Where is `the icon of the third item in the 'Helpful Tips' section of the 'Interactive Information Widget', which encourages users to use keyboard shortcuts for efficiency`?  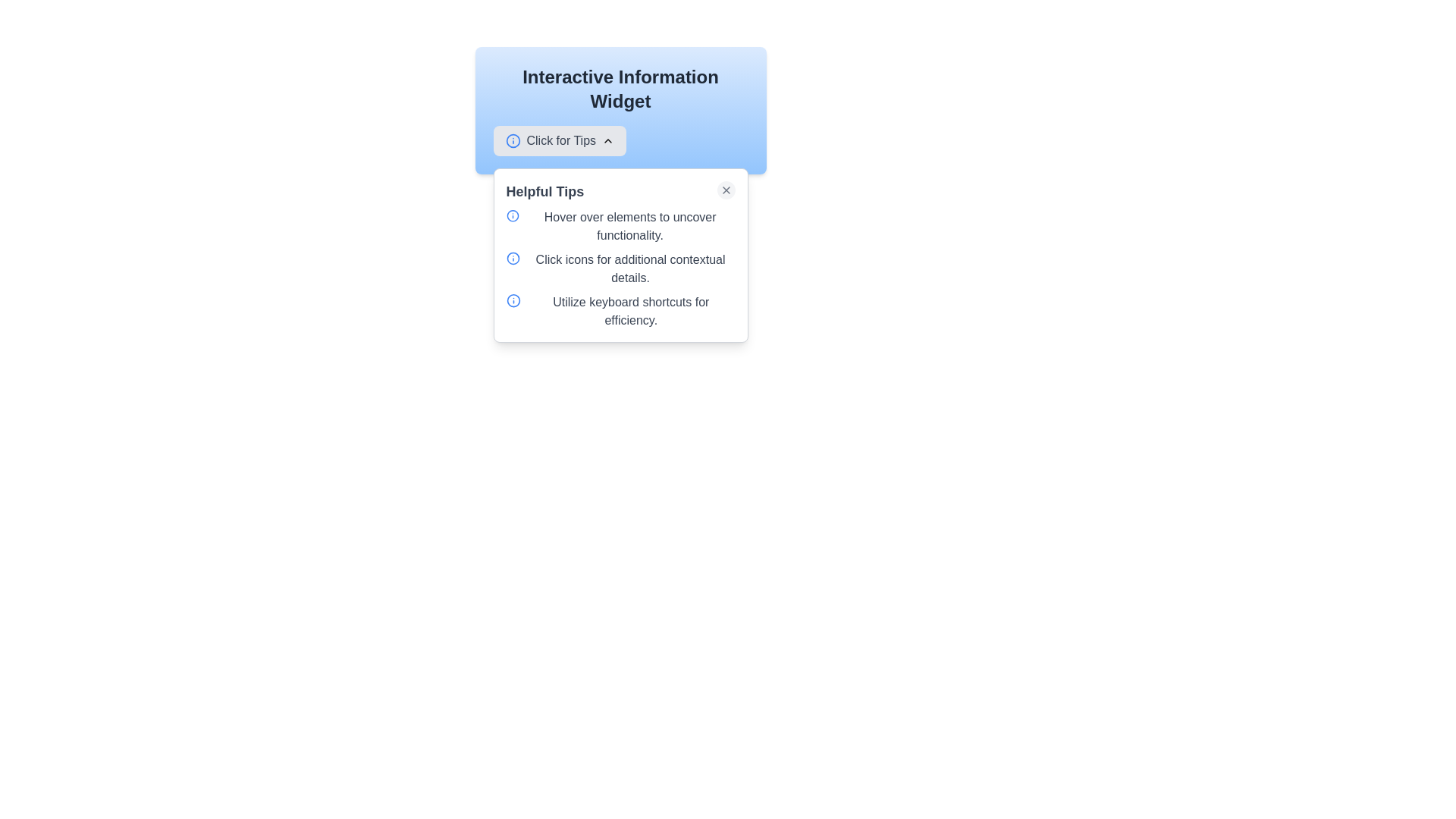 the icon of the third item in the 'Helpful Tips' section of the 'Interactive Information Widget', which encourages users to use keyboard shortcuts for efficiency is located at coordinates (620, 311).